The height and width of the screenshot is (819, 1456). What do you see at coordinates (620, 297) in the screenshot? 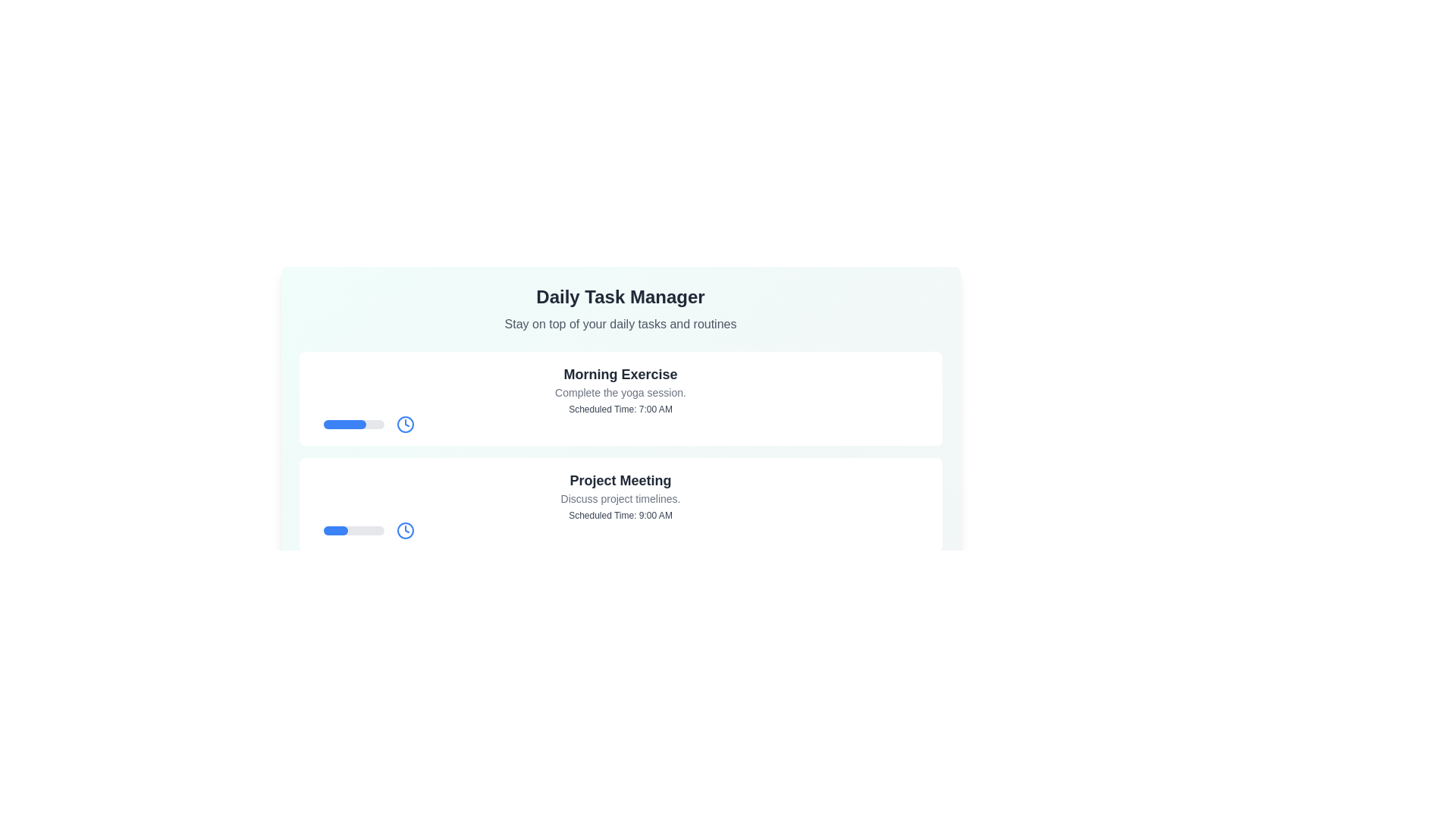
I see `the Text Header element displaying 'Daily Task Manager', which is bold and centrally positioned at the top of the interface` at bounding box center [620, 297].